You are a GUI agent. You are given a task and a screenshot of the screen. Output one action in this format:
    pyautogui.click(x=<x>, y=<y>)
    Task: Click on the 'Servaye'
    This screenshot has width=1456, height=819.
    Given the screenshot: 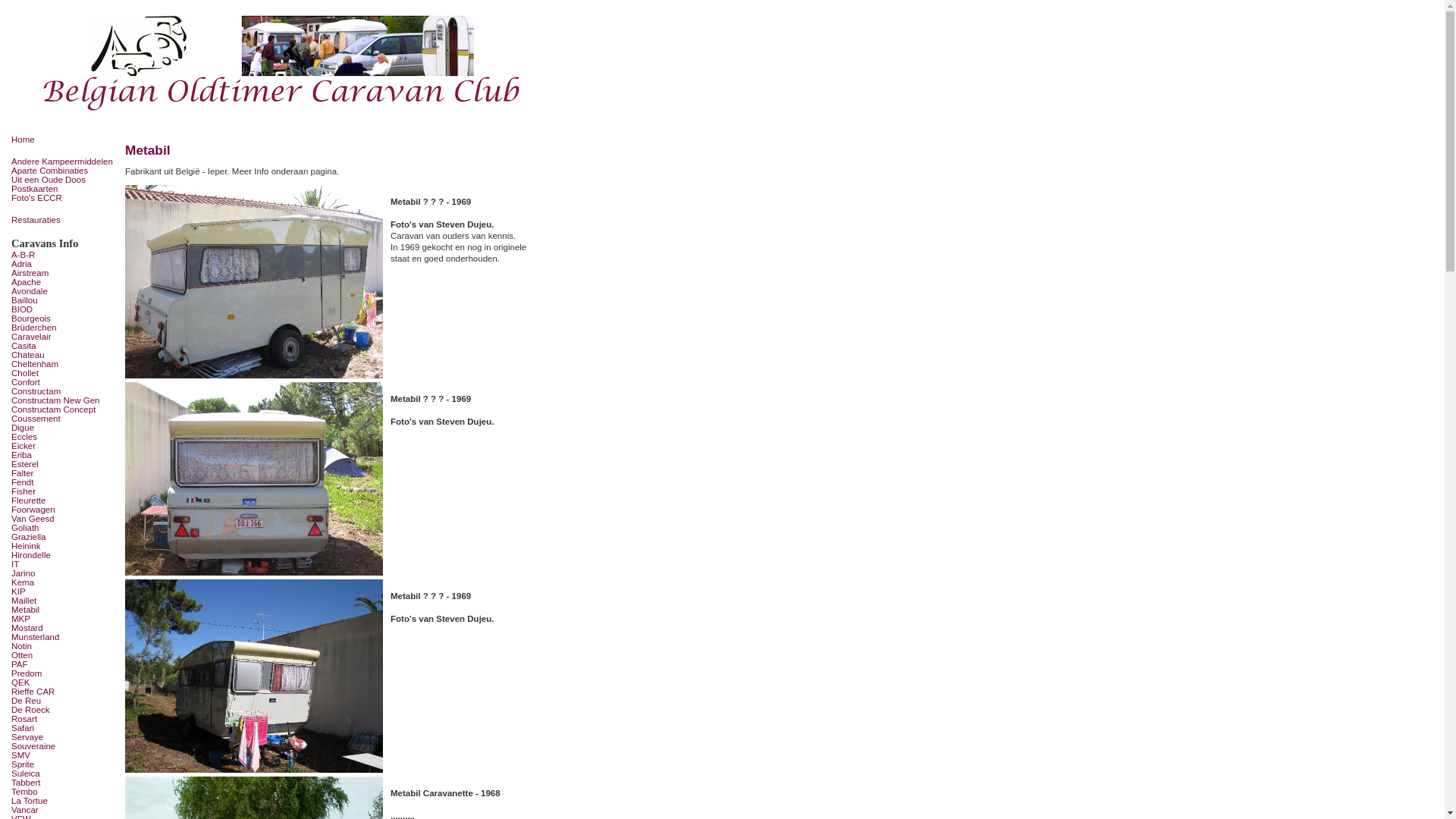 What is the action you would take?
    pyautogui.click(x=64, y=736)
    